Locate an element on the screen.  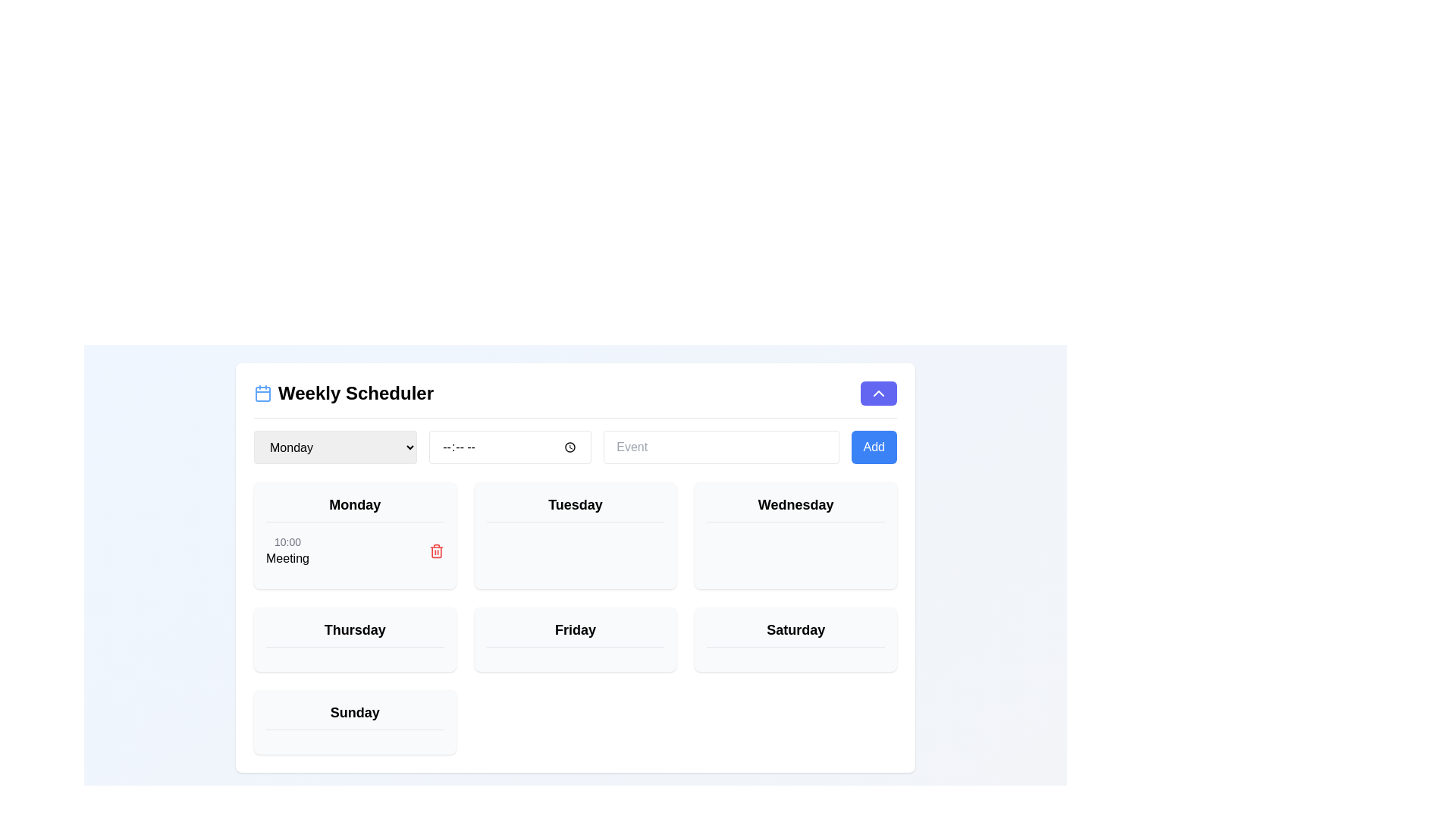
the Text label indicating the day of the week is located at coordinates (574, 508).